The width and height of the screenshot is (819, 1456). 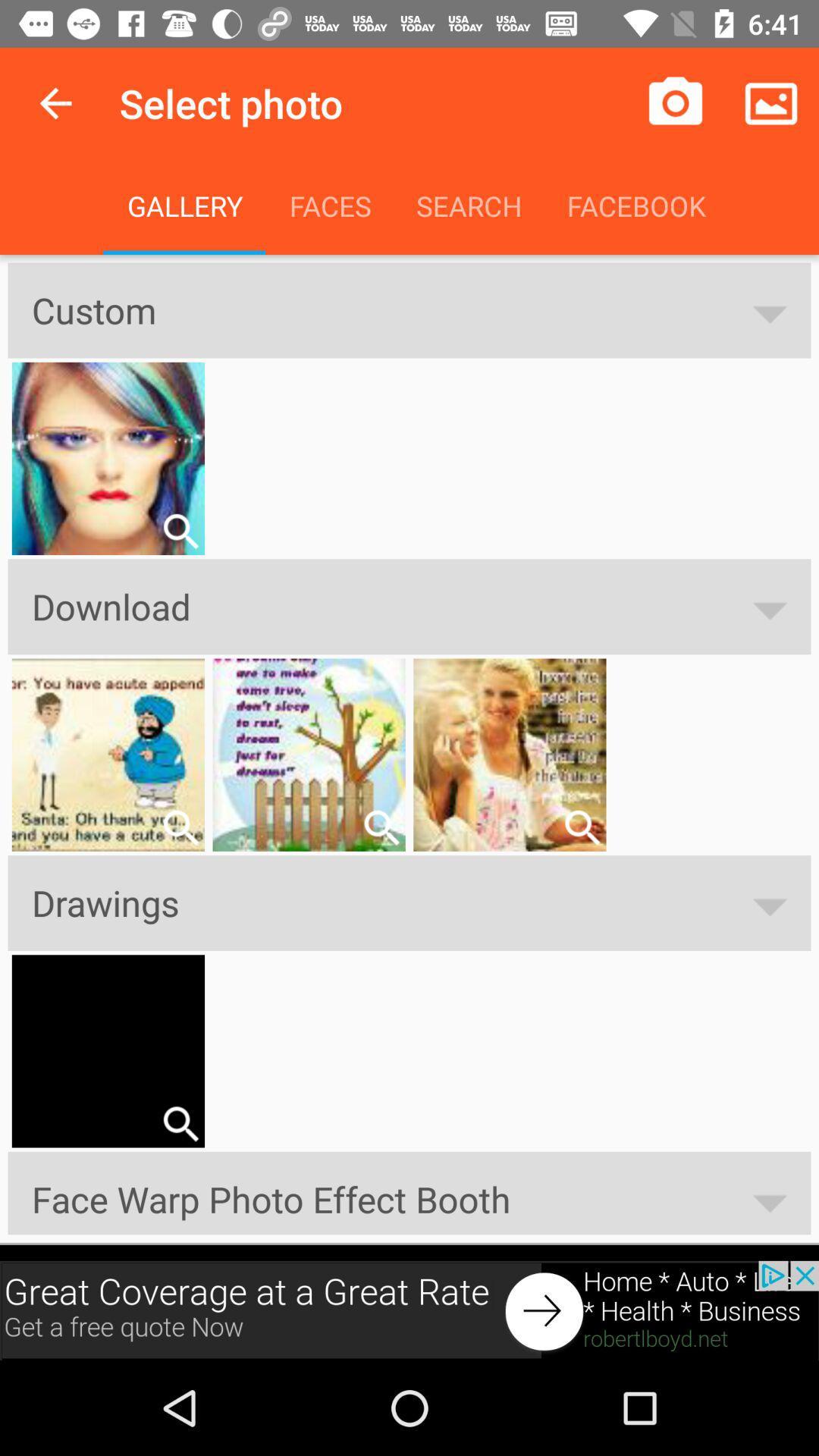 What do you see at coordinates (180, 827) in the screenshot?
I see `the picture and zoom` at bounding box center [180, 827].